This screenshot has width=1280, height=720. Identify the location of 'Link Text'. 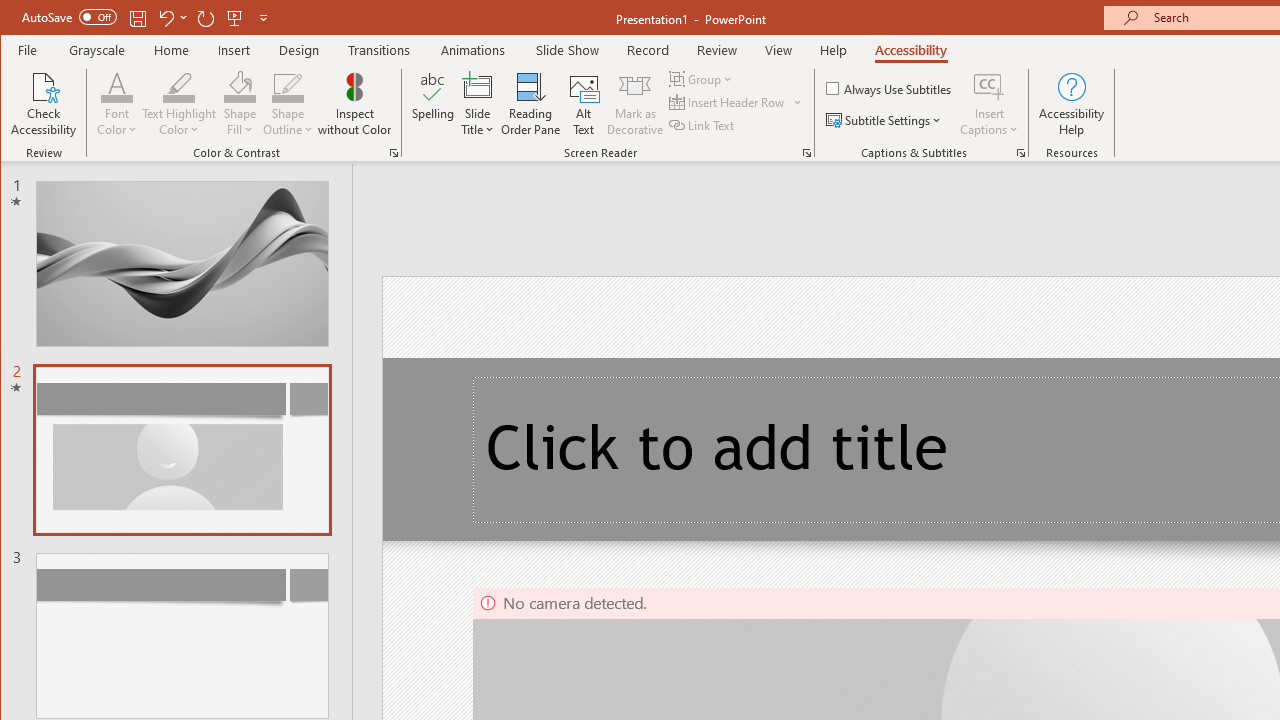
(703, 125).